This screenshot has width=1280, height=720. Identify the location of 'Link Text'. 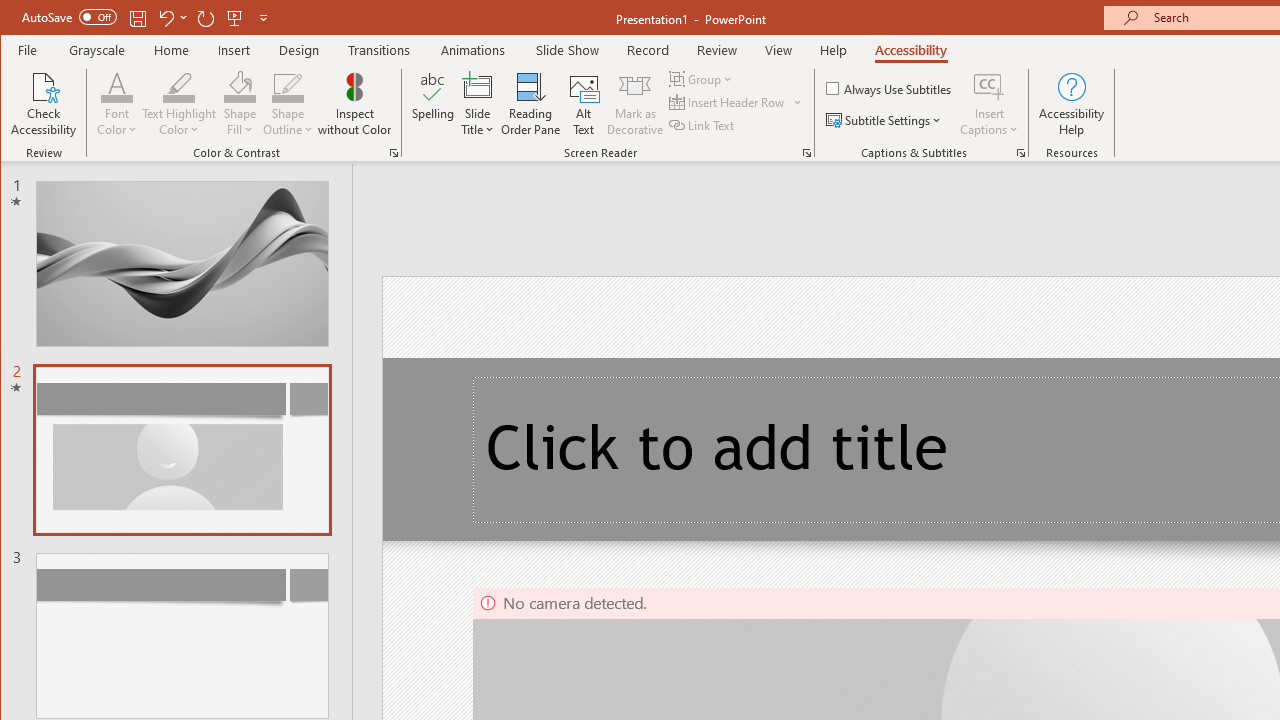
(703, 125).